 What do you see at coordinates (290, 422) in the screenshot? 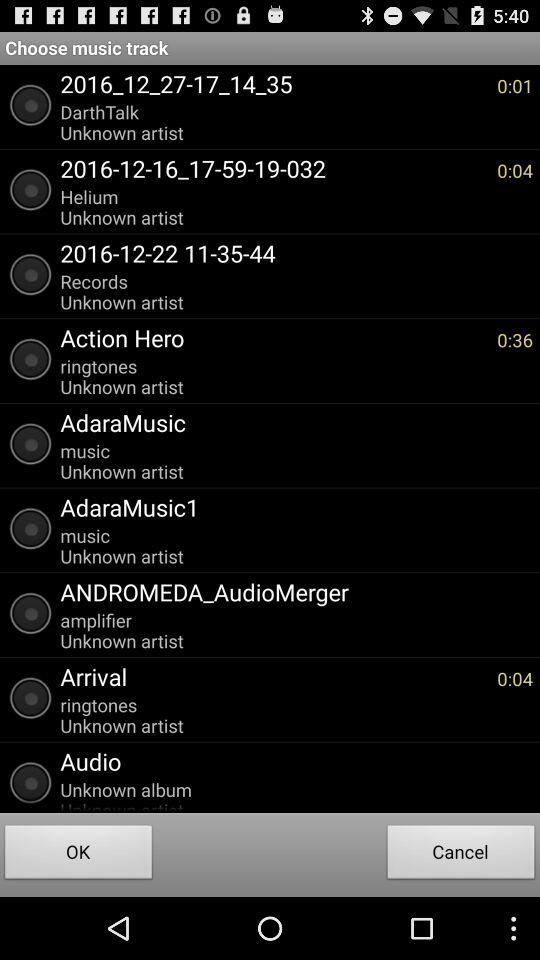
I see `app above the music` at bounding box center [290, 422].